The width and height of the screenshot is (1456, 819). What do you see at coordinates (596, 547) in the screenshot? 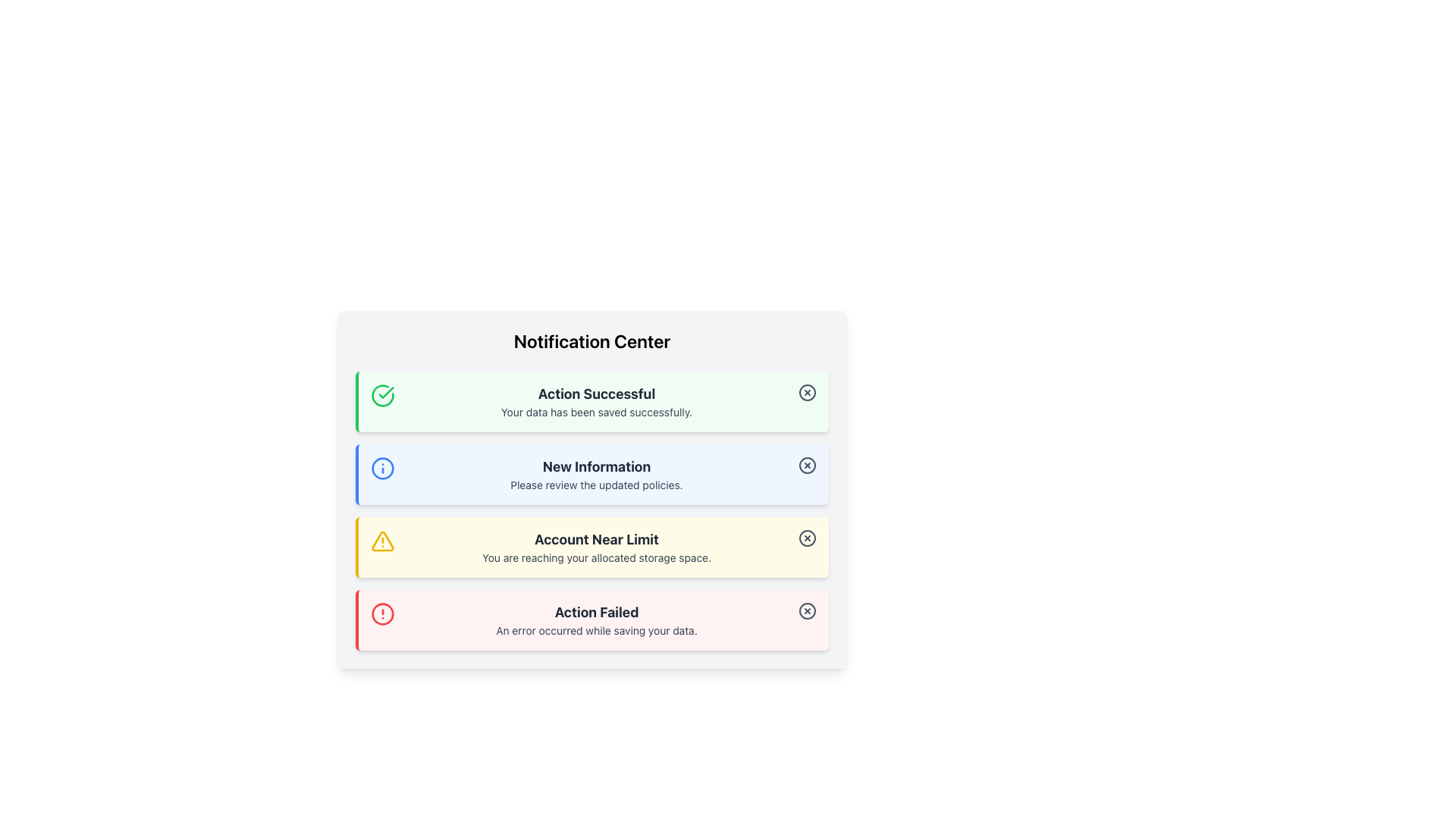
I see `information from the third notification in the notification center, which is a yellow-themed box indicating that storage usage is nearing the allocated limit` at bounding box center [596, 547].